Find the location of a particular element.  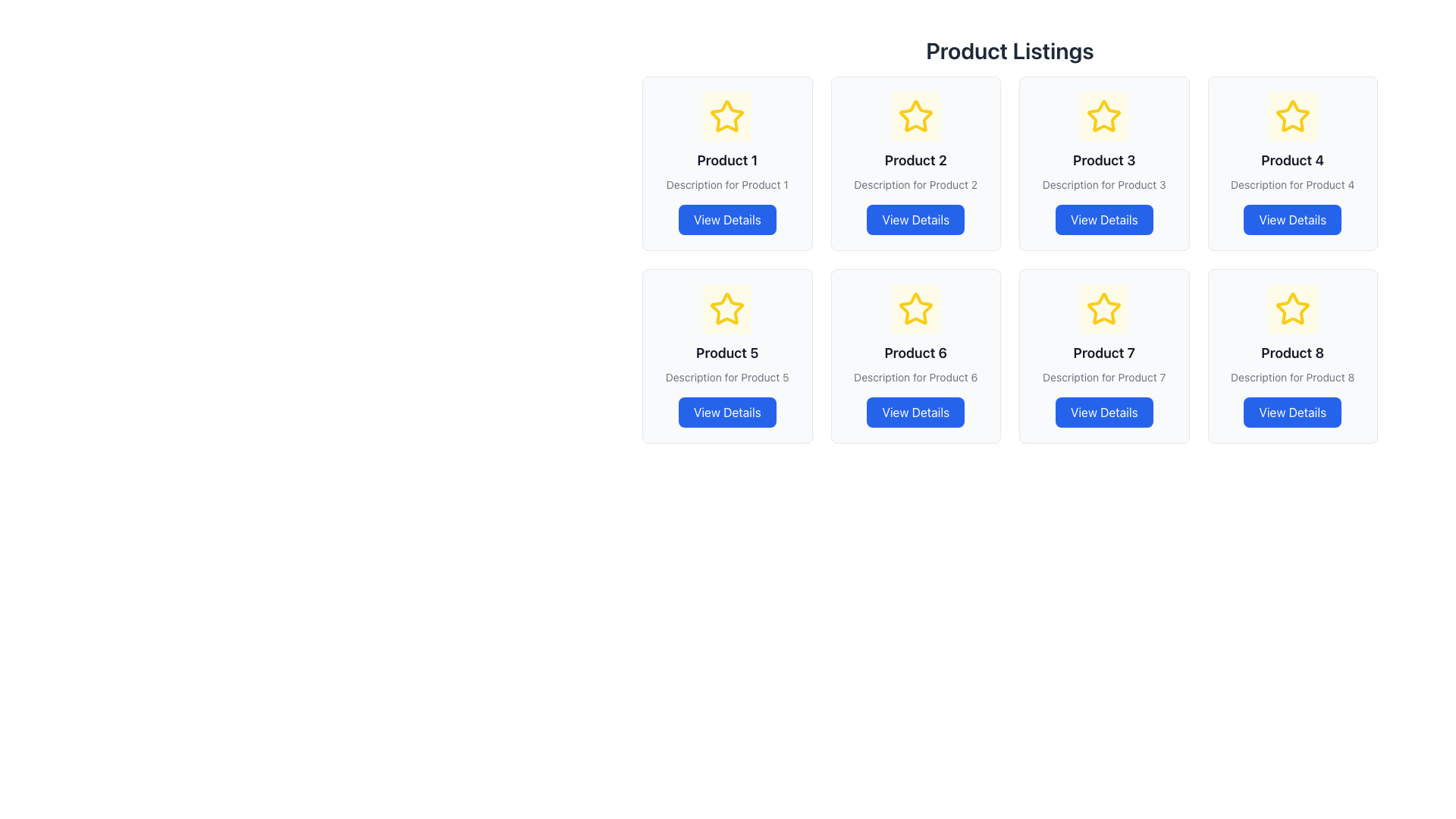

the informational text element that provides a summary of 'Product 3', located in the third card of the top row, below the title and above the 'View Details' button is located at coordinates (1104, 184).